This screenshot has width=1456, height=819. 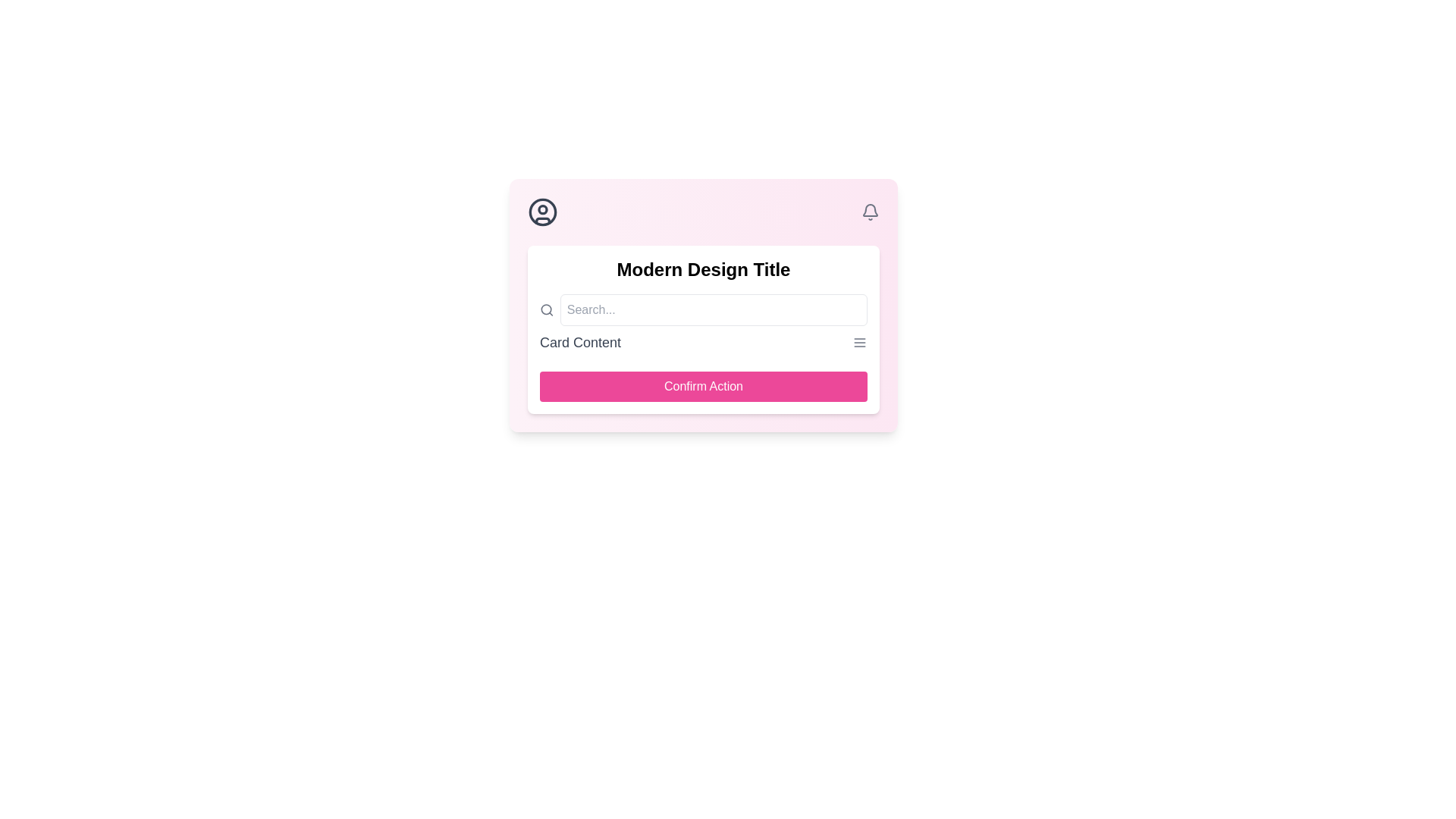 I want to click on the small circular graphic detail located within the profile icon at the top-left corner of the interface, so click(x=542, y=209).